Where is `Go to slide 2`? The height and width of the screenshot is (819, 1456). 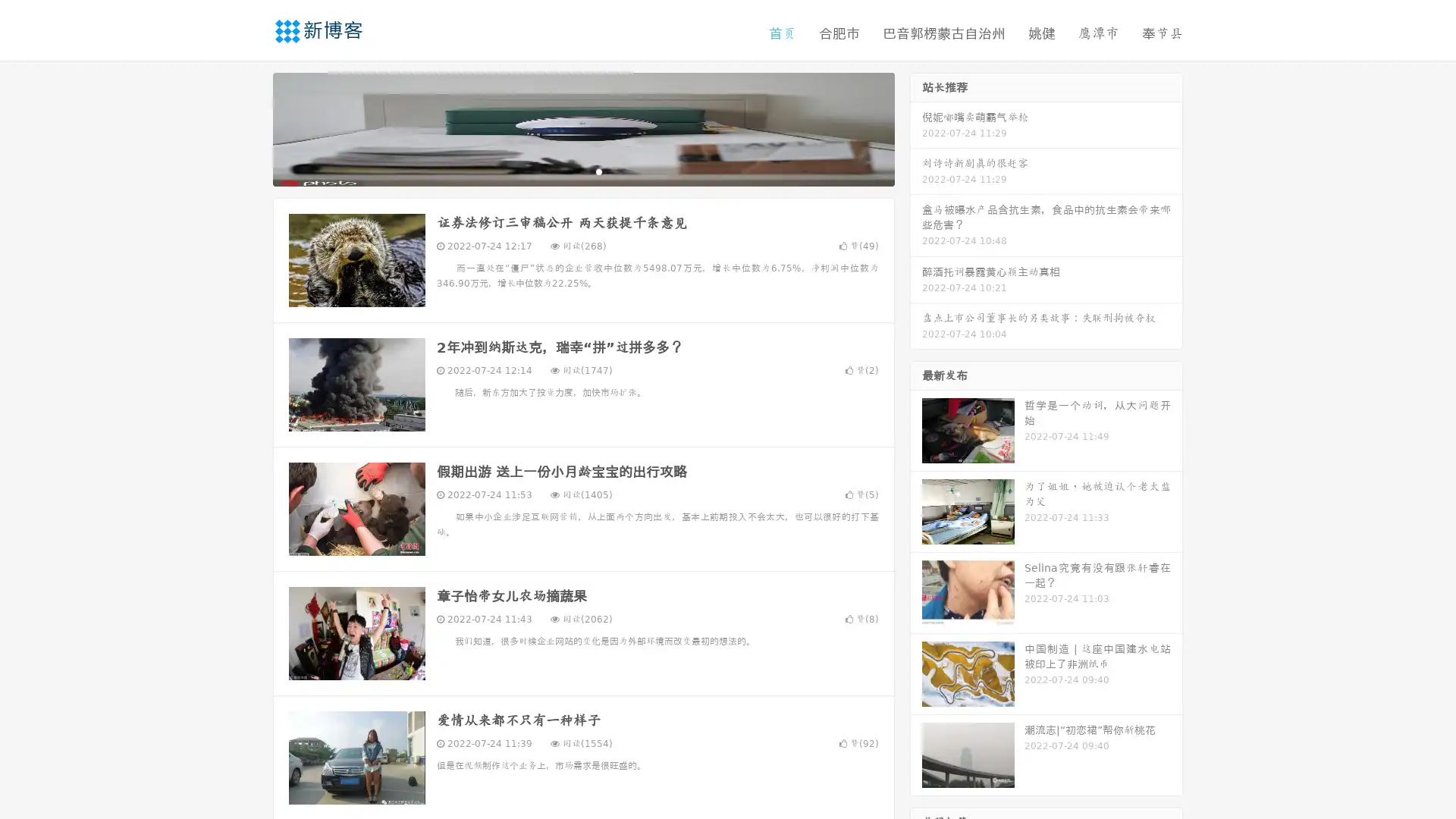
Go to slide 2 is located at coordinates (582, 171).